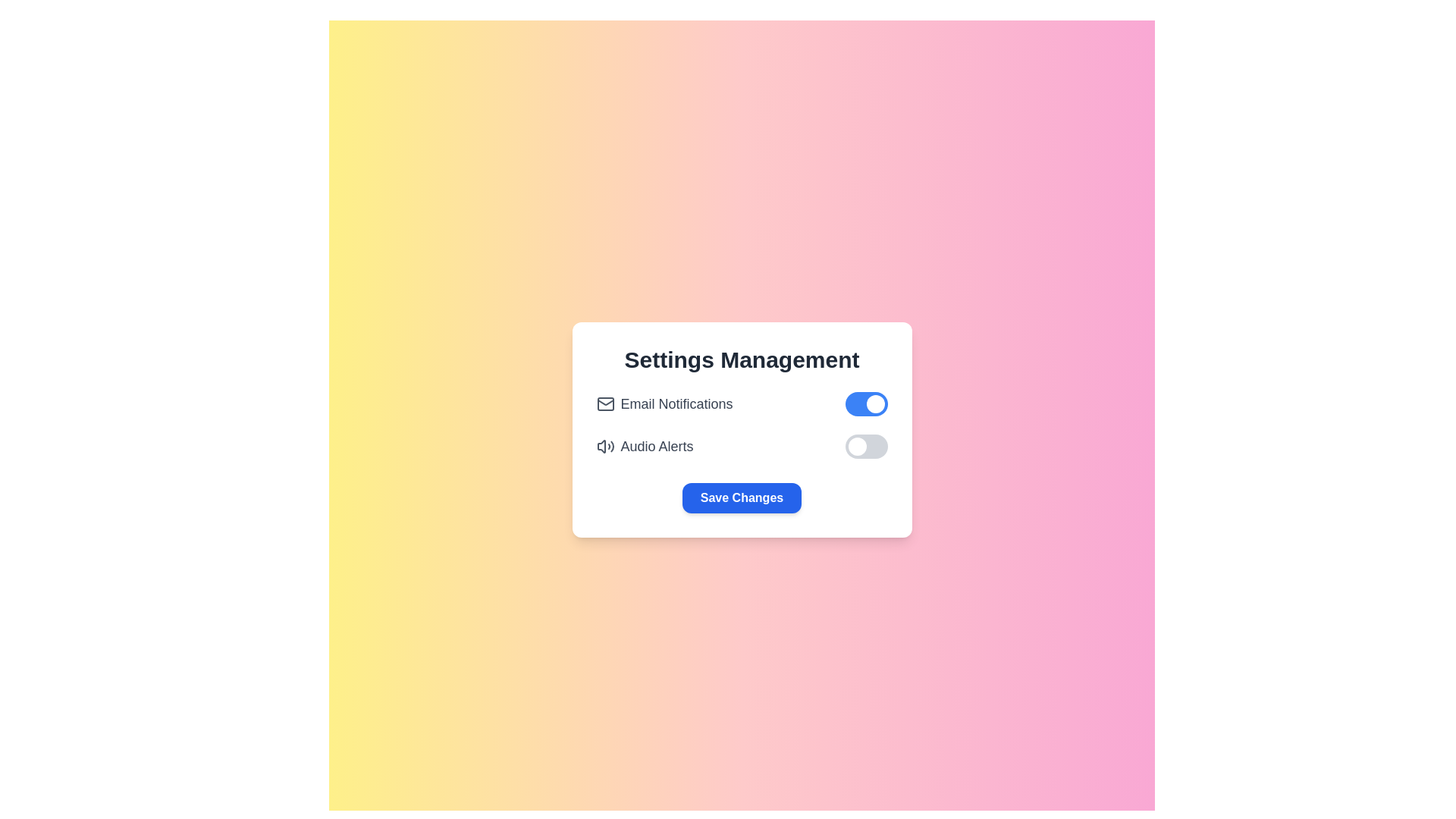 The width and height of the screenshot is (1456, 819). Describe the element at coordinates (742, 425) in the screenshot. I see `the icons in the Grouped control panel with toggle switches for 'Email Notifications' and 'Audio Alerts'` at that location.